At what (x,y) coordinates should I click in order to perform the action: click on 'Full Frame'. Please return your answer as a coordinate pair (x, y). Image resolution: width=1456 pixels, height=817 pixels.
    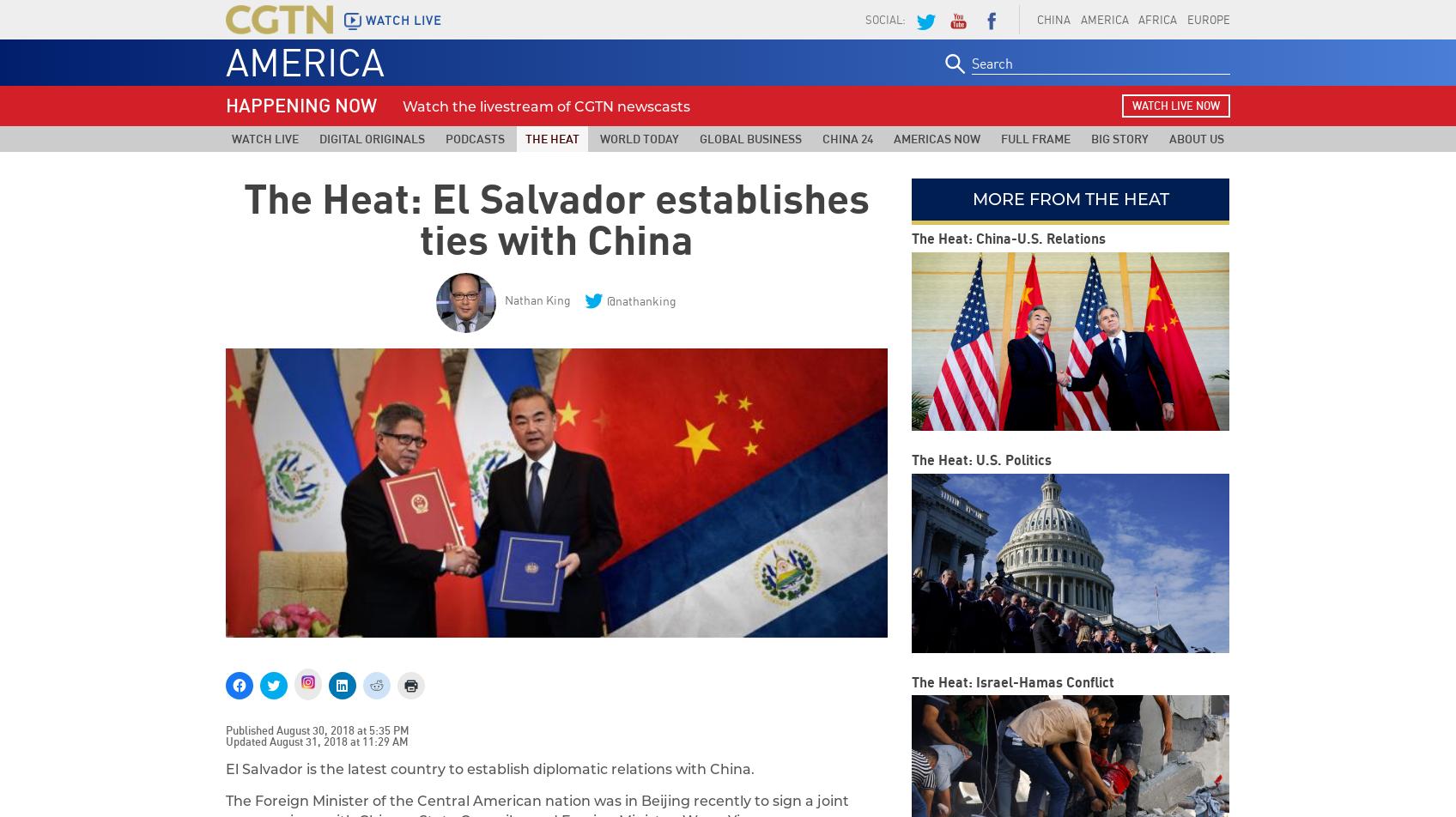
    Looking at the image, I should click on (1034, 138).